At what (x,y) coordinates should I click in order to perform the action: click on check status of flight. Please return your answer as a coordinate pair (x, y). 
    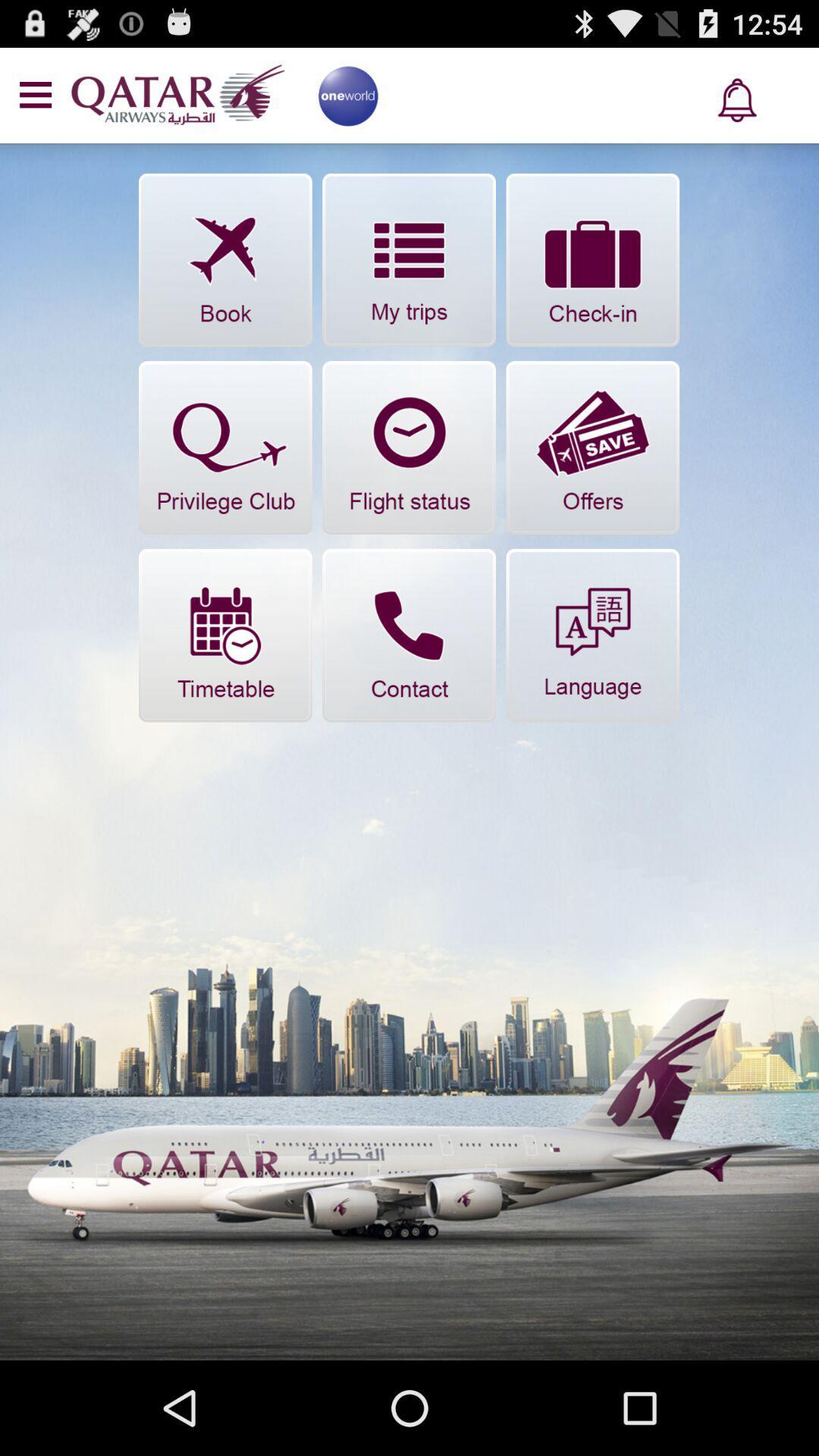
    Looking at the image, I should click on (408, 447).